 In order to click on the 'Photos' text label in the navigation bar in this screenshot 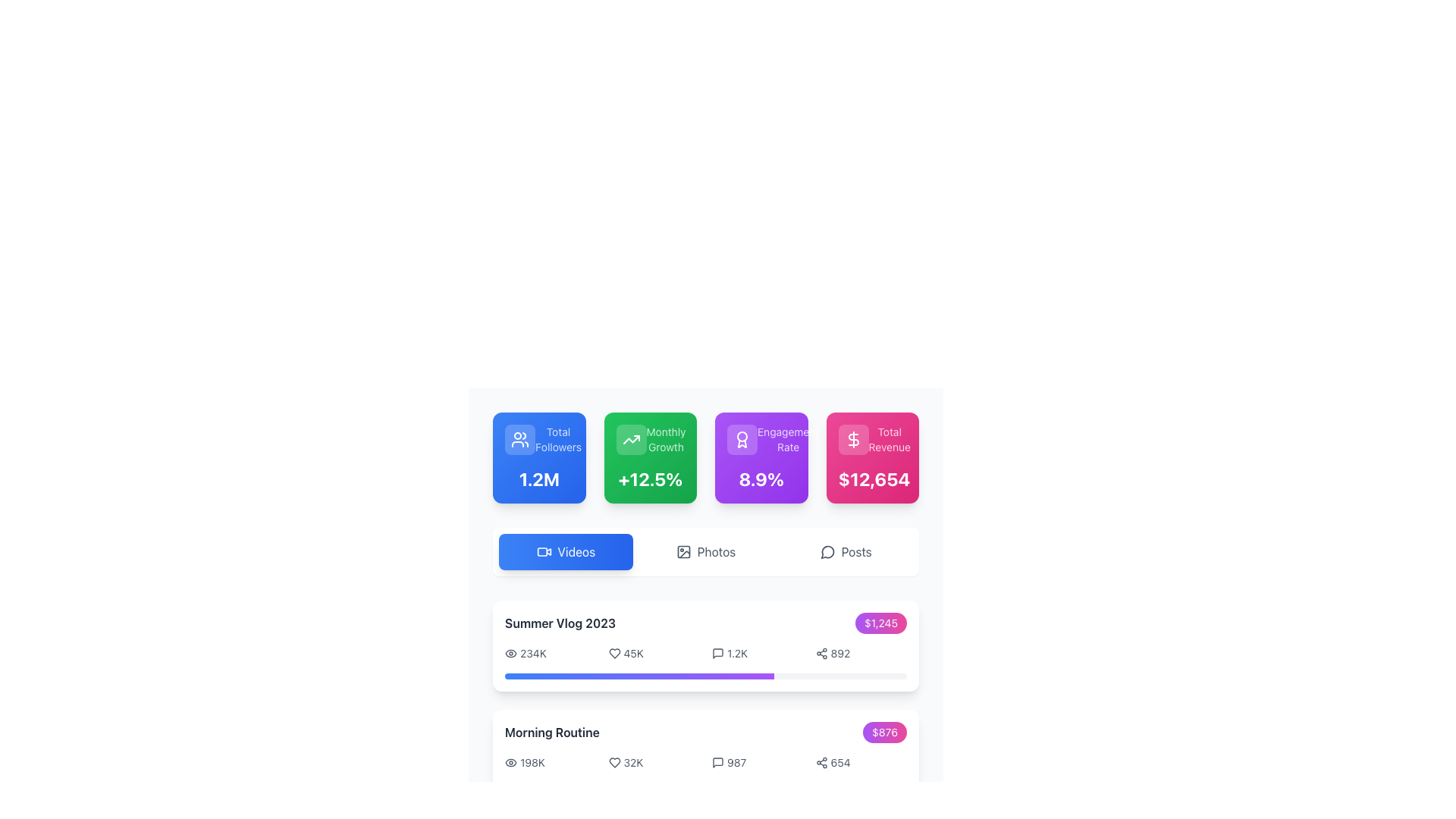, I will do `click(716, 552)`.